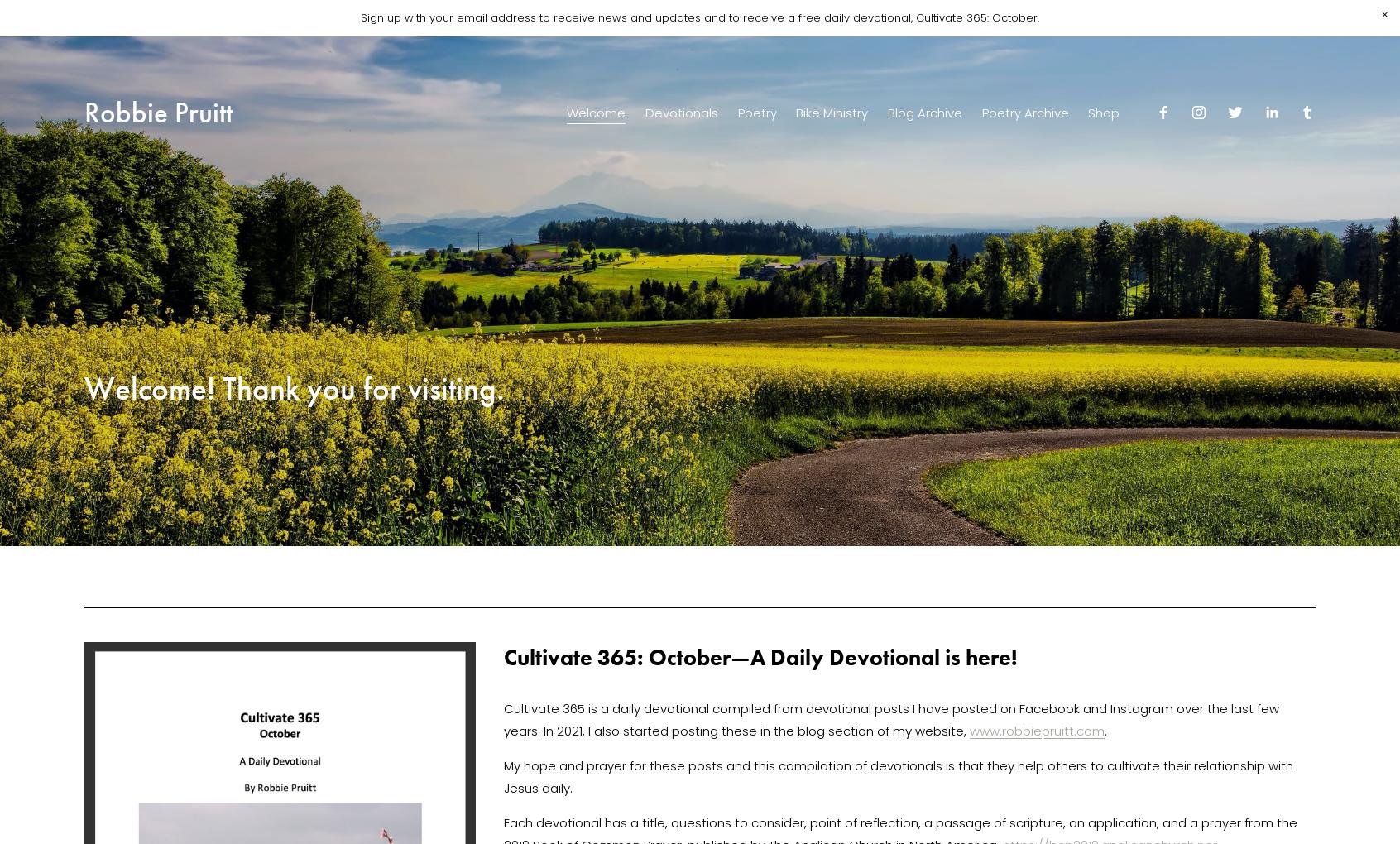 The height and width of the screenshot is (844, 1400). What do you see at coordinates (156, 112) in the screenshot?
I see `'Robbie Pruitt'` at bounding box center [156, 112].